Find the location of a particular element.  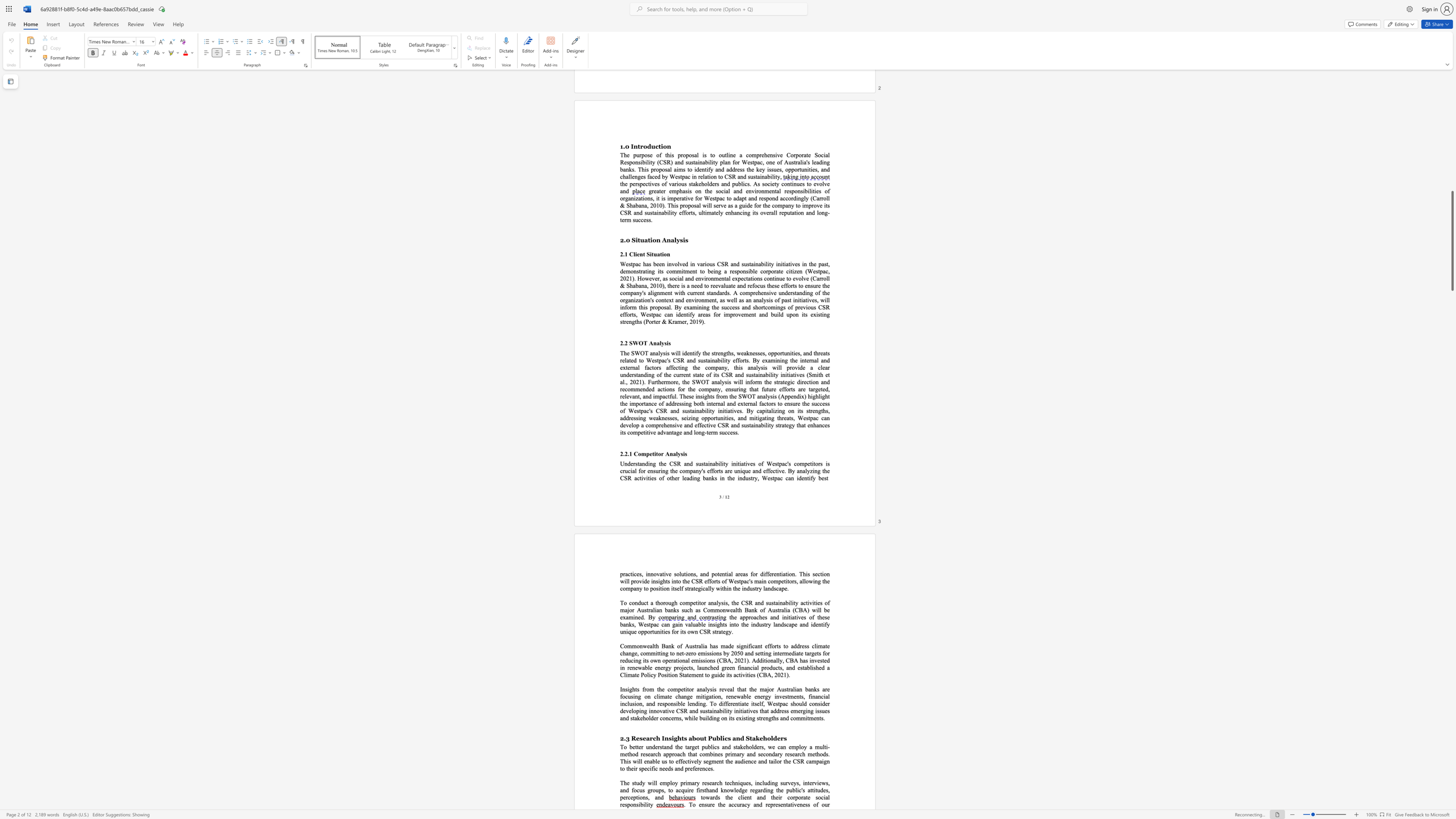

the 1th character "o" in the text is located at coordinates (639, 453).